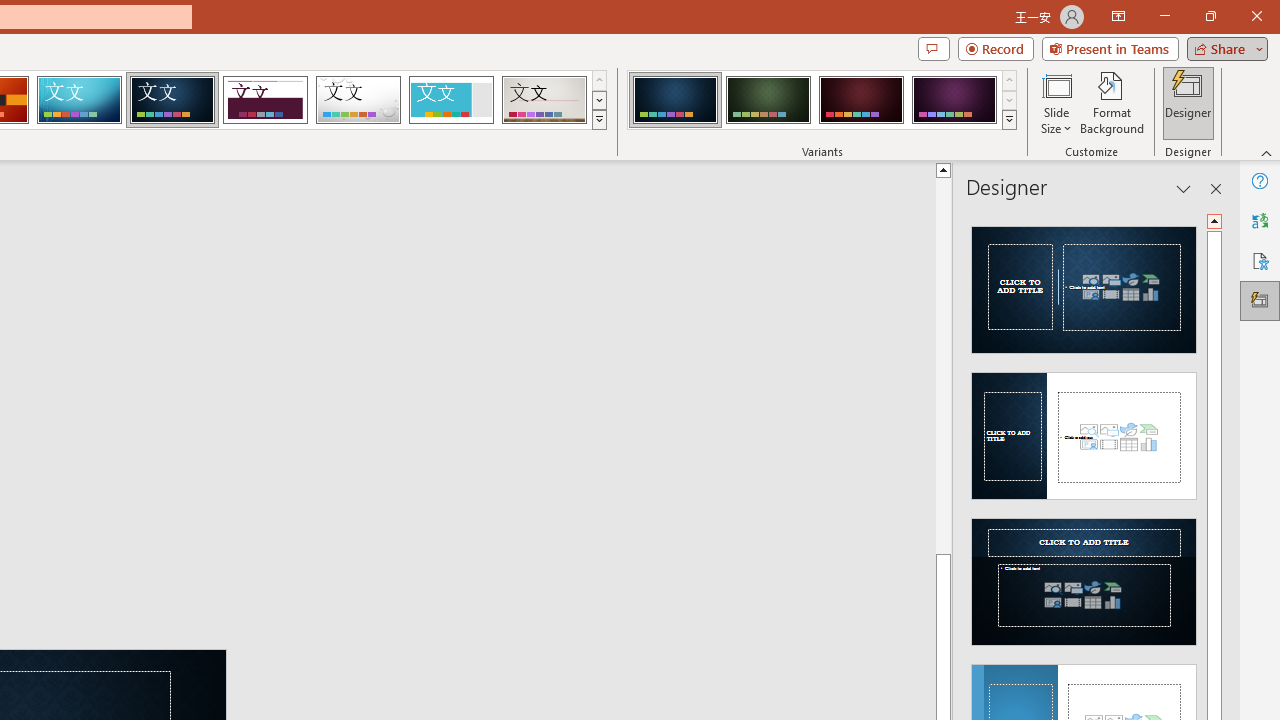 Image resolution: width=1280 pixels, height=720 pixels. What do you see at coordinates (823, 100) in the screenshot?
I see `'AutomationID: ThemeVariantsGallery'` at bounding box center [823, 100].